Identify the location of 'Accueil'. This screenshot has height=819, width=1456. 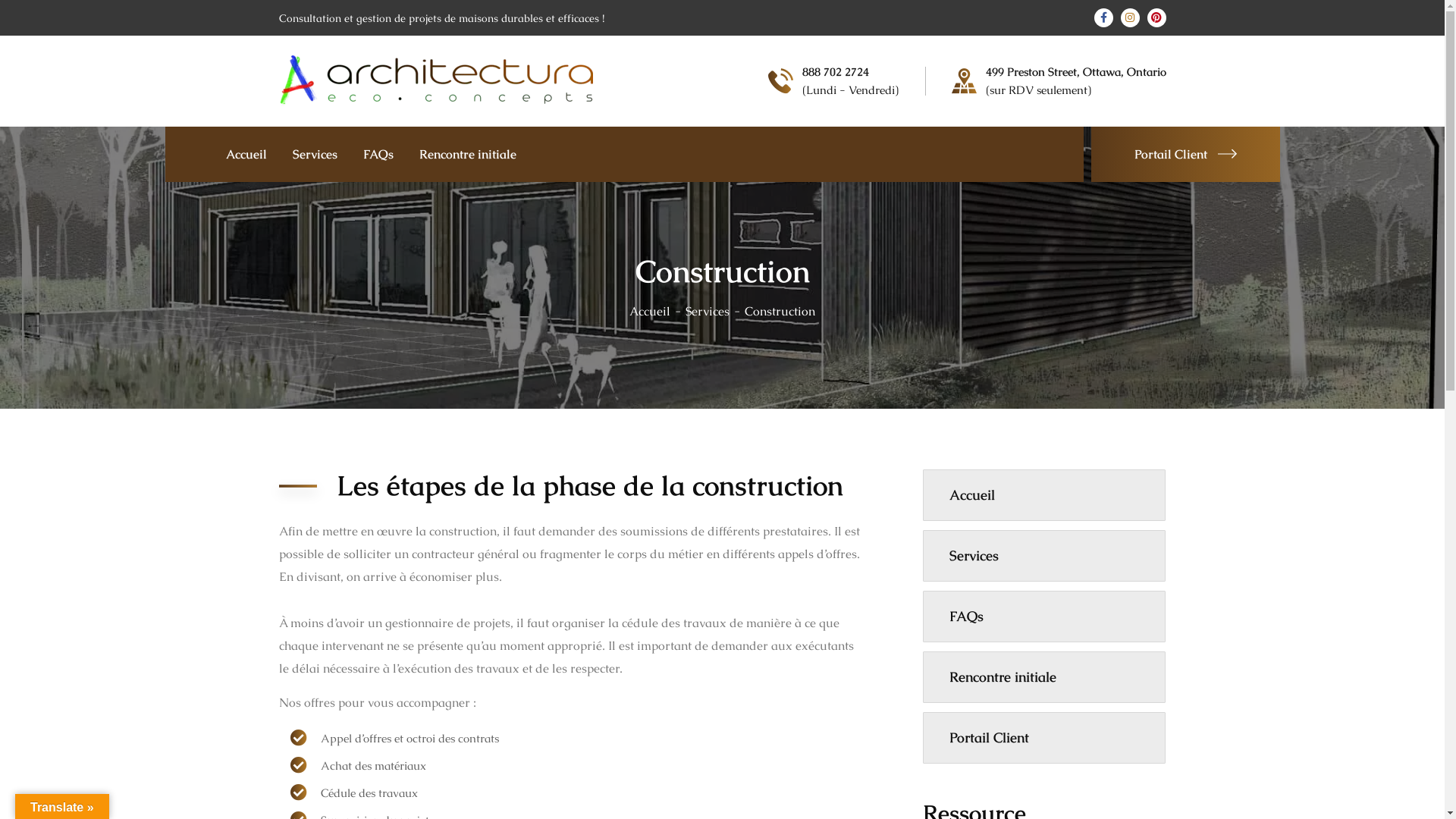
(629, 310).